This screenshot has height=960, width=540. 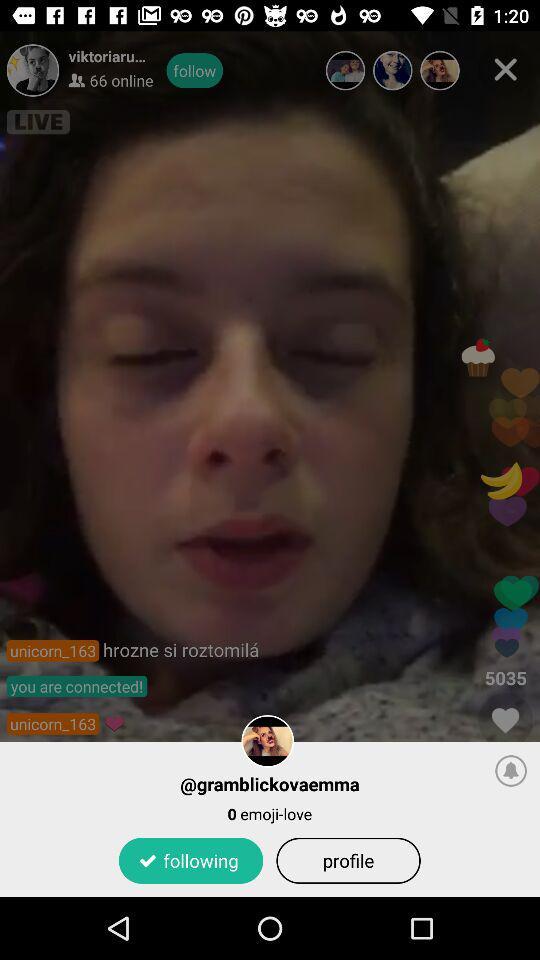 What do you see at coordinates (191, 859) in the screenshot?
I see `item next to profile` at bounding box center [191, 859].